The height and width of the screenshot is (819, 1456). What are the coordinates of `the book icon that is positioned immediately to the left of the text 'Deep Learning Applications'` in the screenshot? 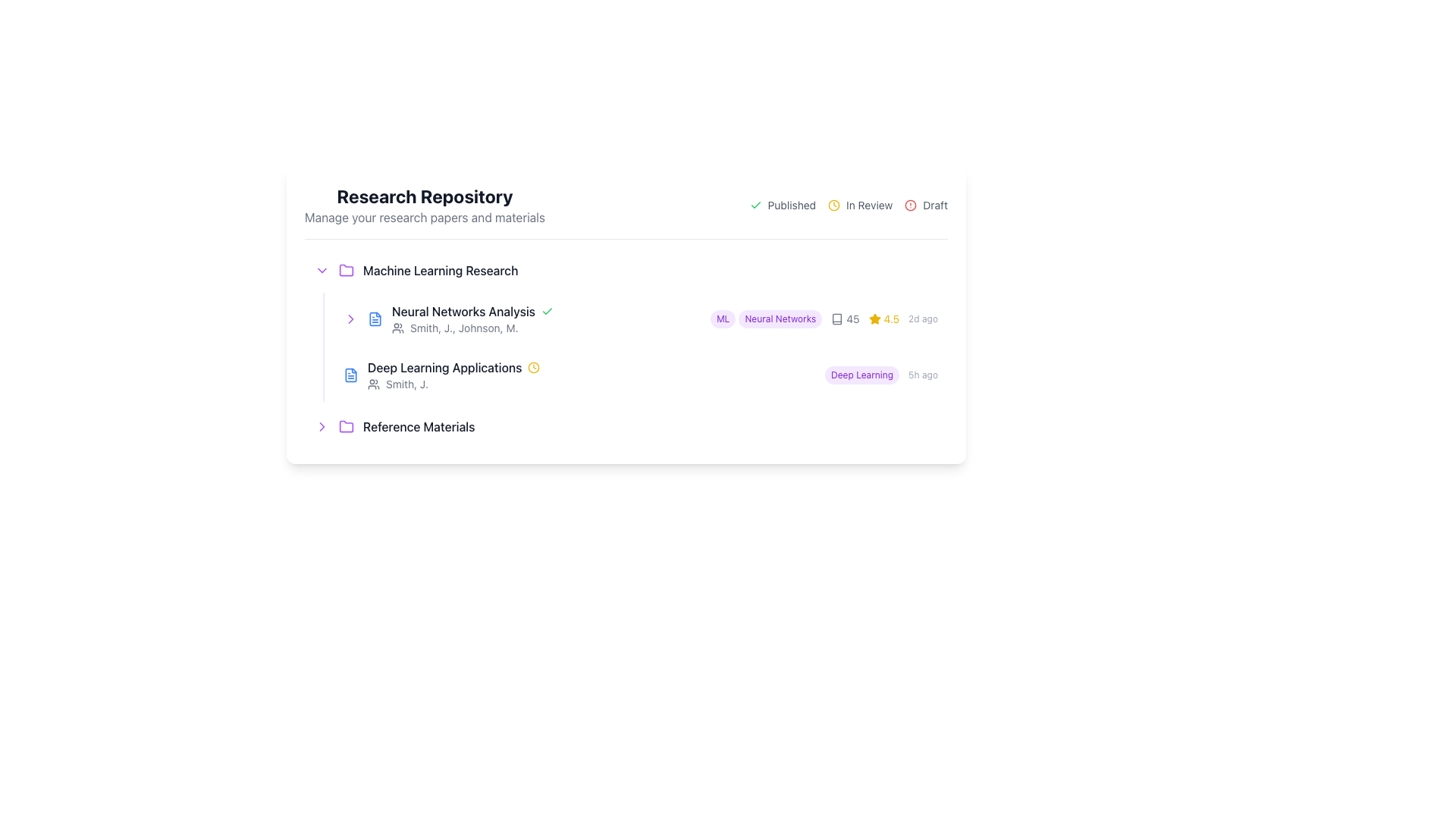 It's located at (836, 318).